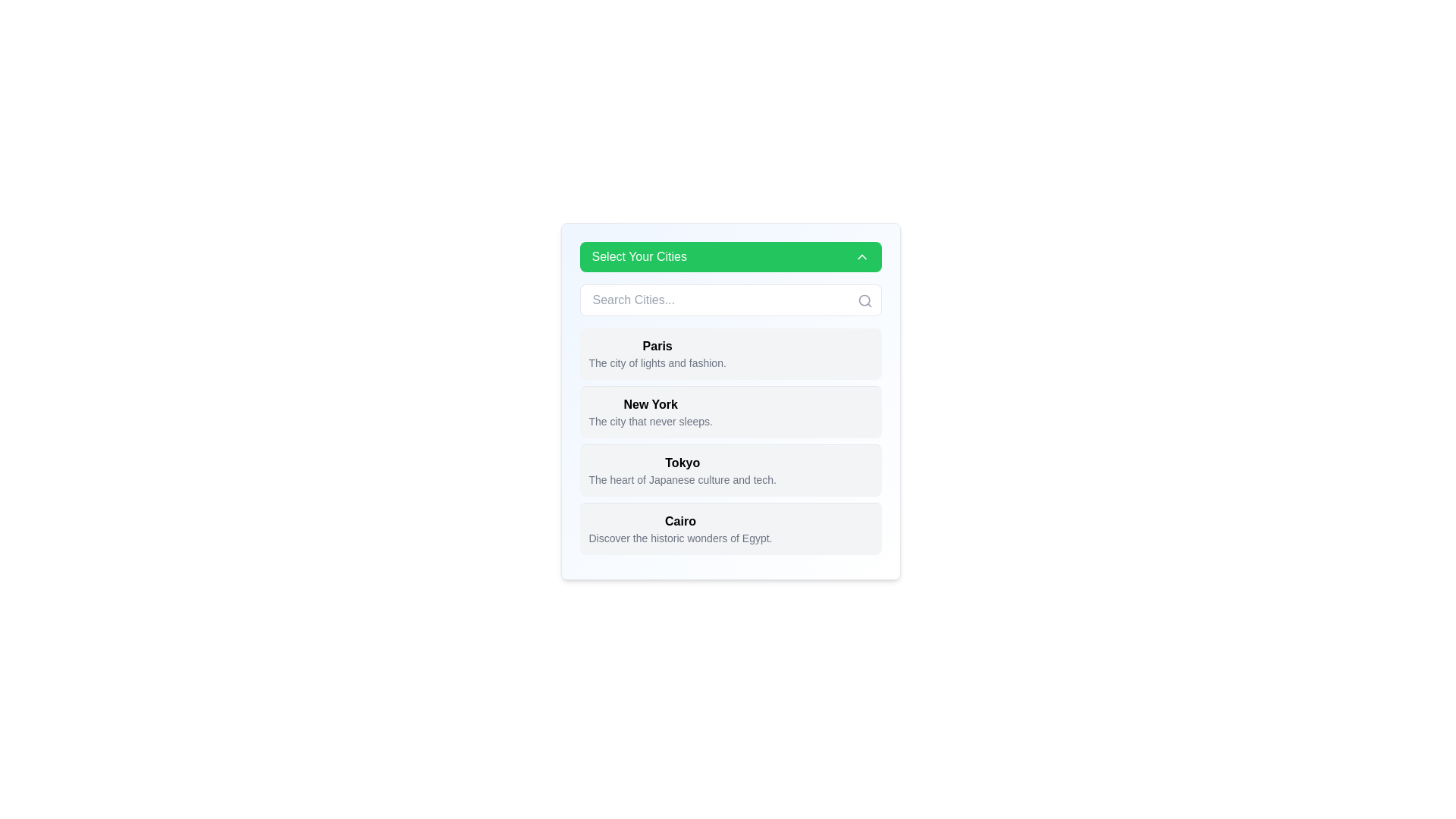  Describe the element at coordinates (679, 520) in the screenshot. I see `the bolded text label displaying the word 'Cairo', which is styled with a thicker font weight and is black in color, located at the top of a list entry` at that location.